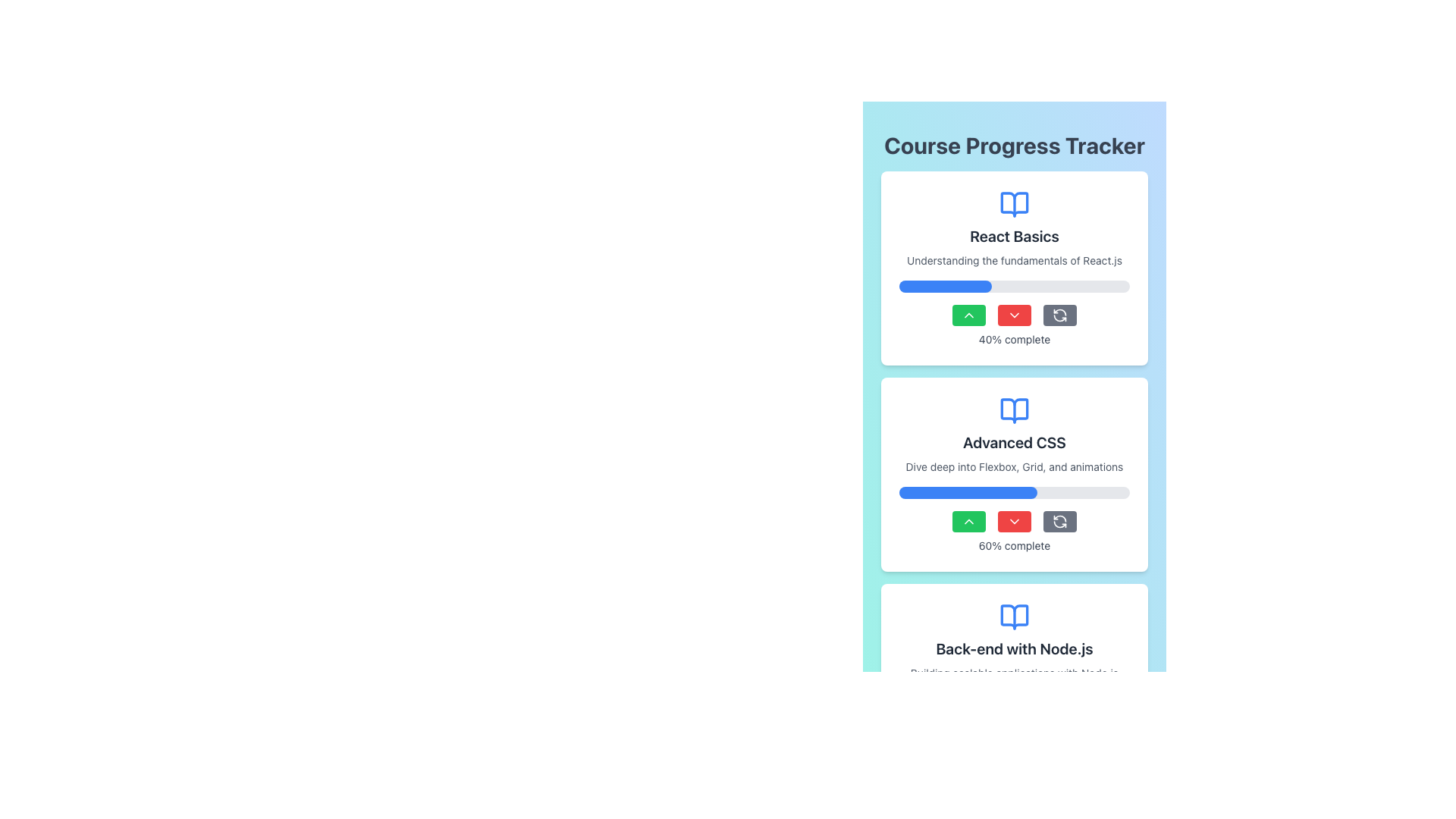  I want to click on the first icon button located in the top-left portion of the interface, set against a green rectangular background, so click(968, 520).